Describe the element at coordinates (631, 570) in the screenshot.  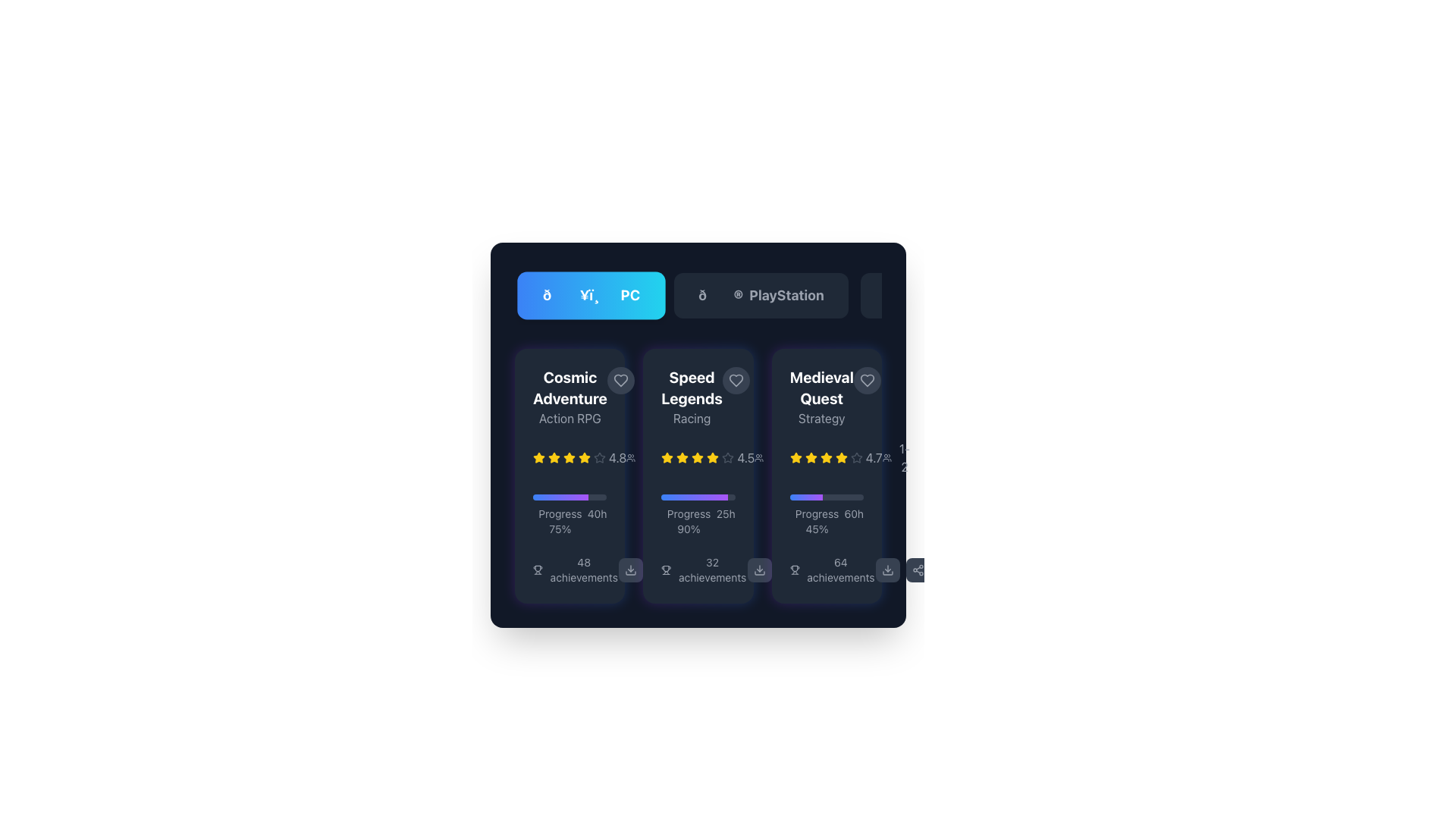
I see `the download icon located at the rightmost edge of the button in the second game card` at that location.